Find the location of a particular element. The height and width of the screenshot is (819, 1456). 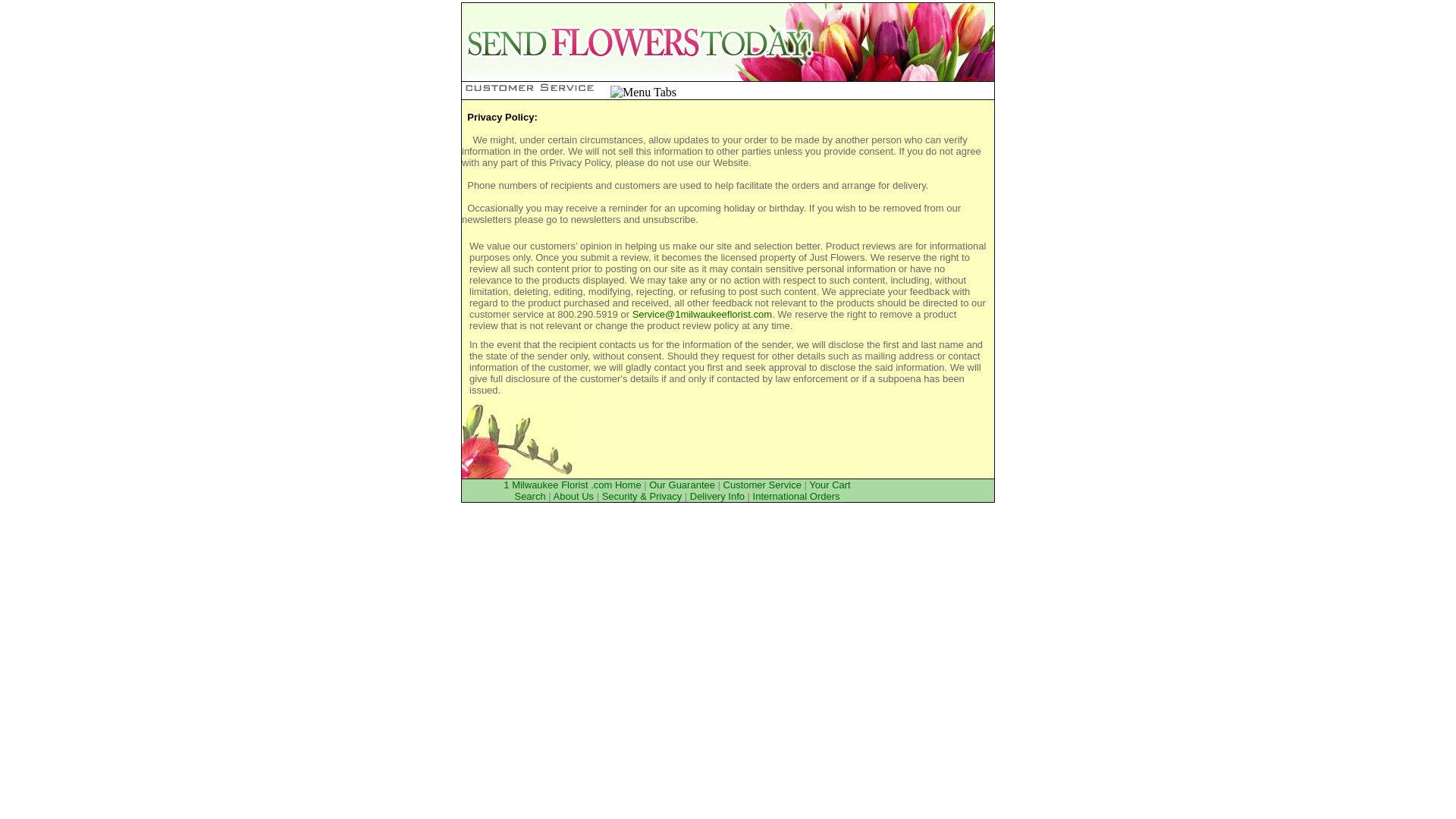

'Search' is located at coordinates (529, 496).